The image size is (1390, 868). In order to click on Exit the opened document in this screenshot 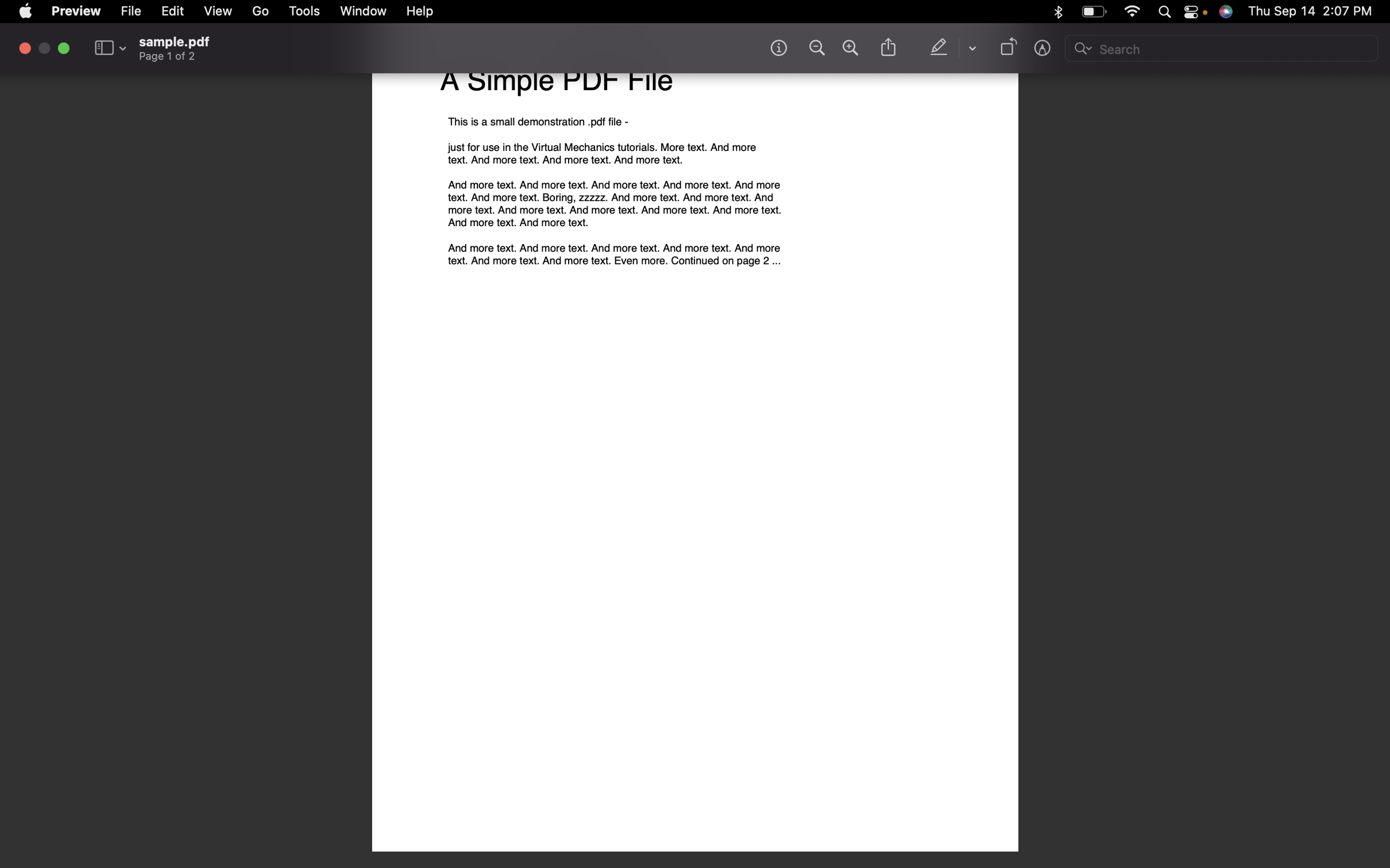, I will do `click(25, 48)`.